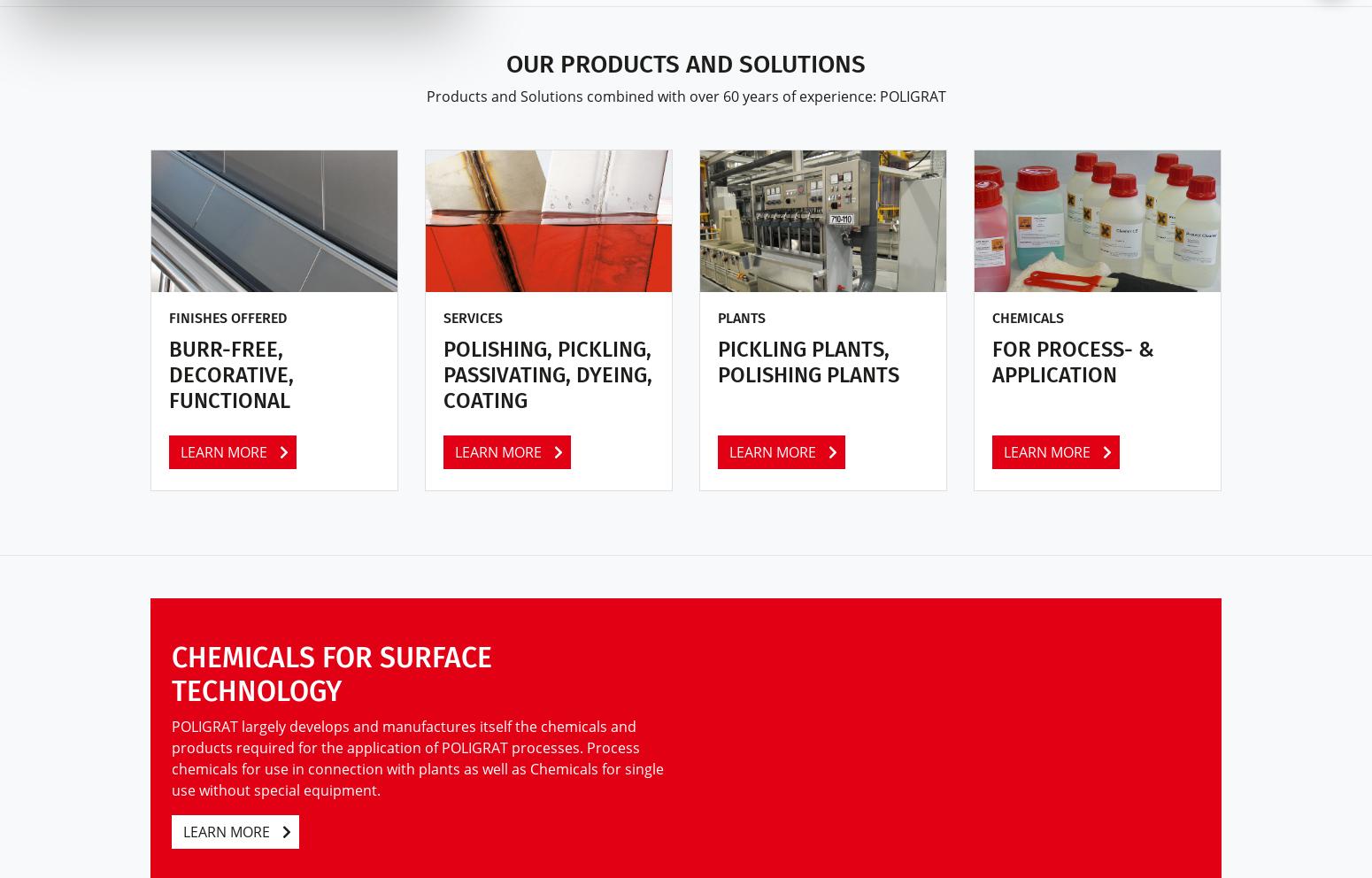 Image resolution: width=1372 pixels, height=878 pixels. Describe the element at coordinates (231, 374) in the screenshot. I see `'Burr-free, Decorative, Functional'` at that location.